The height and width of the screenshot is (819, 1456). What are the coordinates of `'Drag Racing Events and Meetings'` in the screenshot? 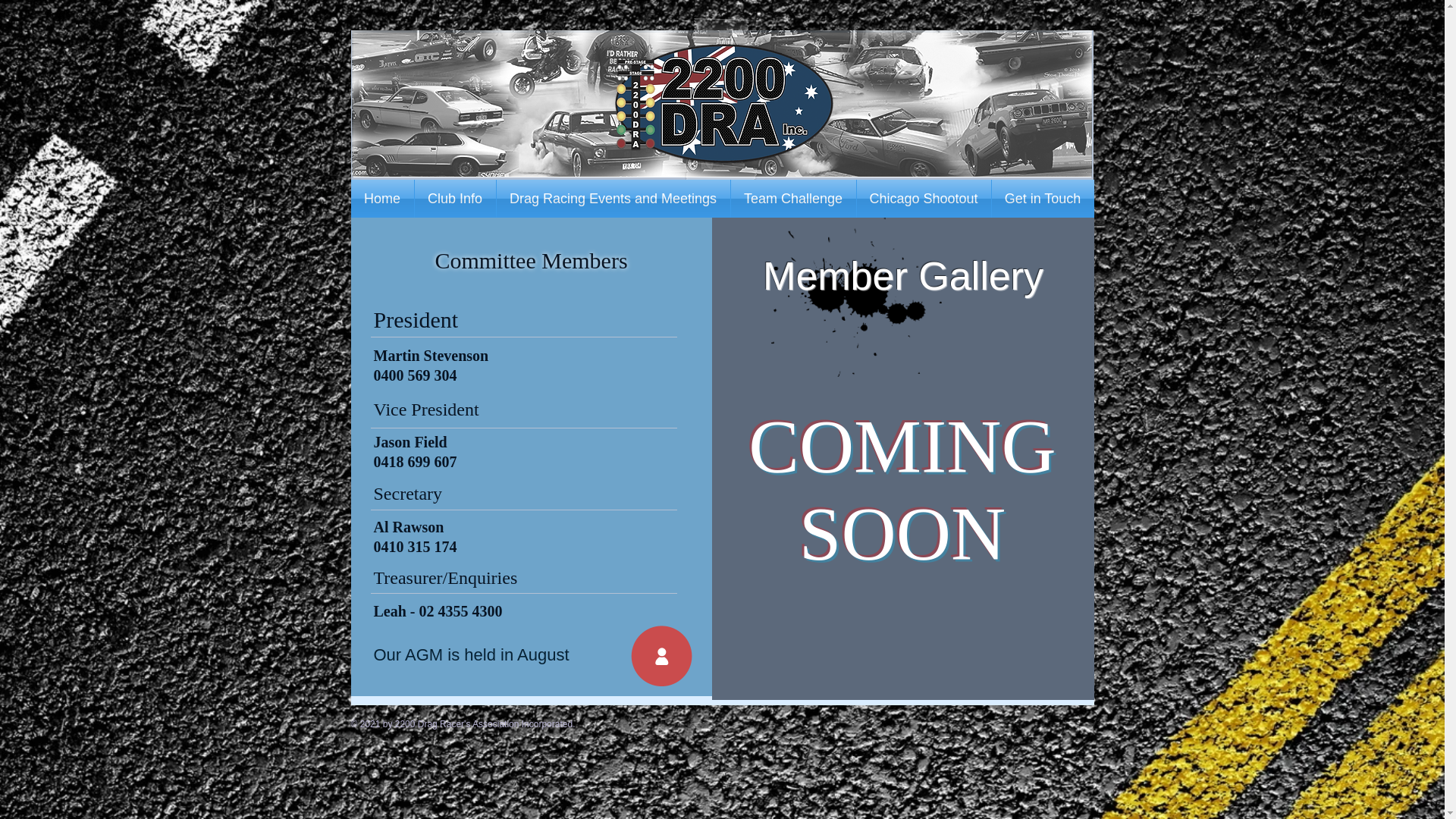 It's located at (612, 198).